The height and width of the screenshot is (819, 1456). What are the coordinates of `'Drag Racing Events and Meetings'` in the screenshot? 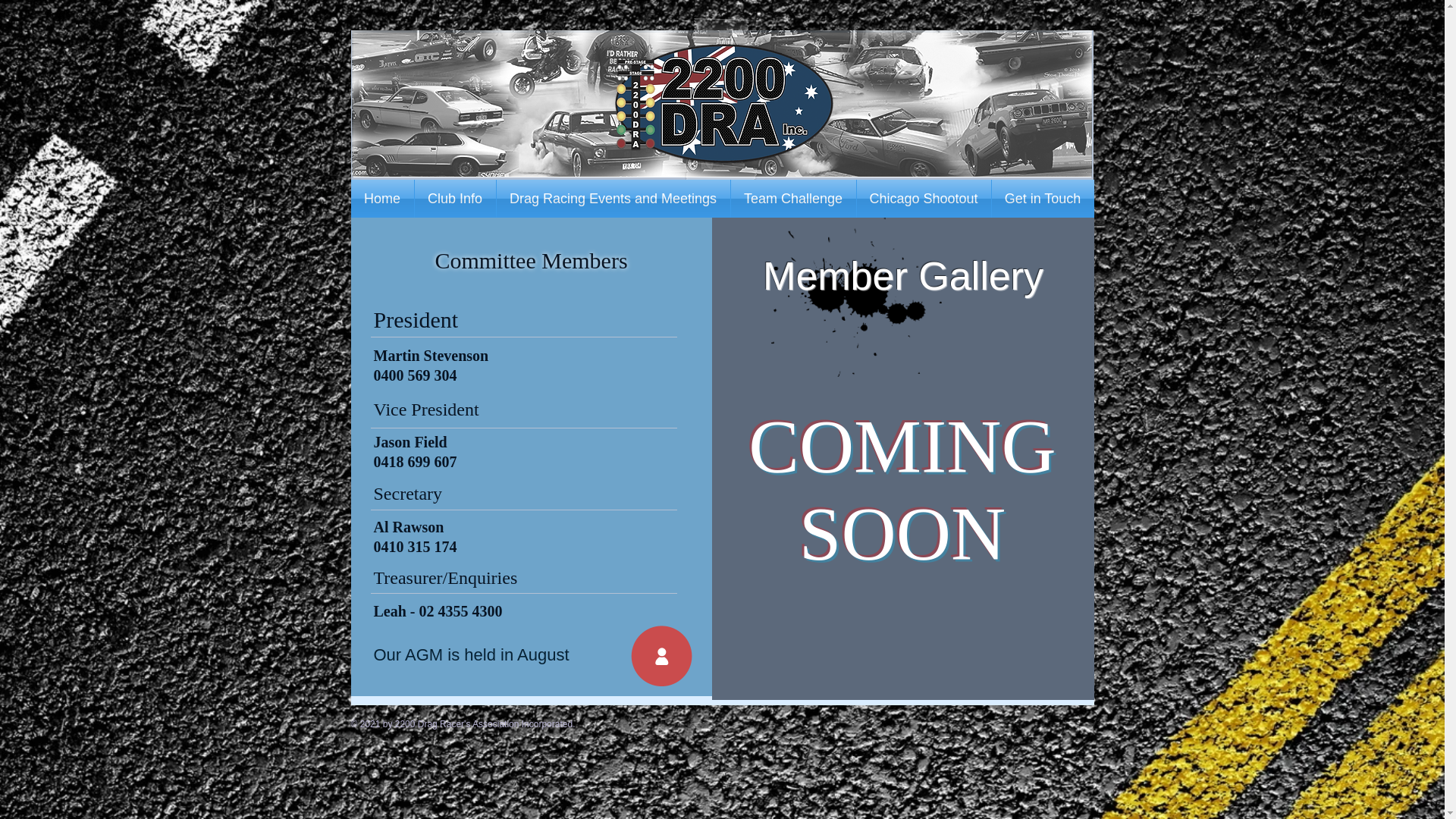 It's located at (612, 198).